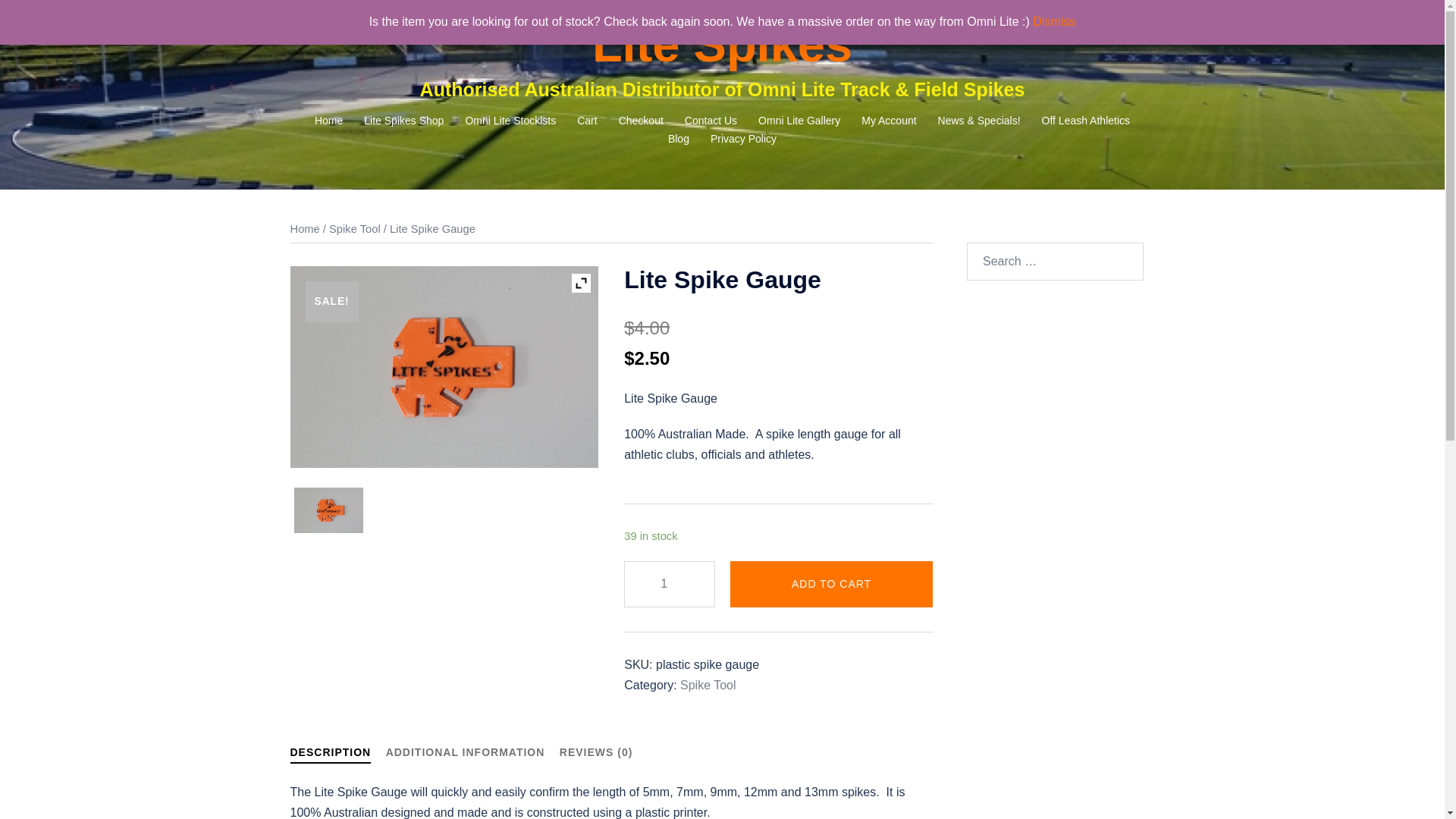 The height and width of the screenshot is (819, 1456). Describe the element at coordinates (721, 43) in the screenshot. I see `'Lite Spikes'` at that location.